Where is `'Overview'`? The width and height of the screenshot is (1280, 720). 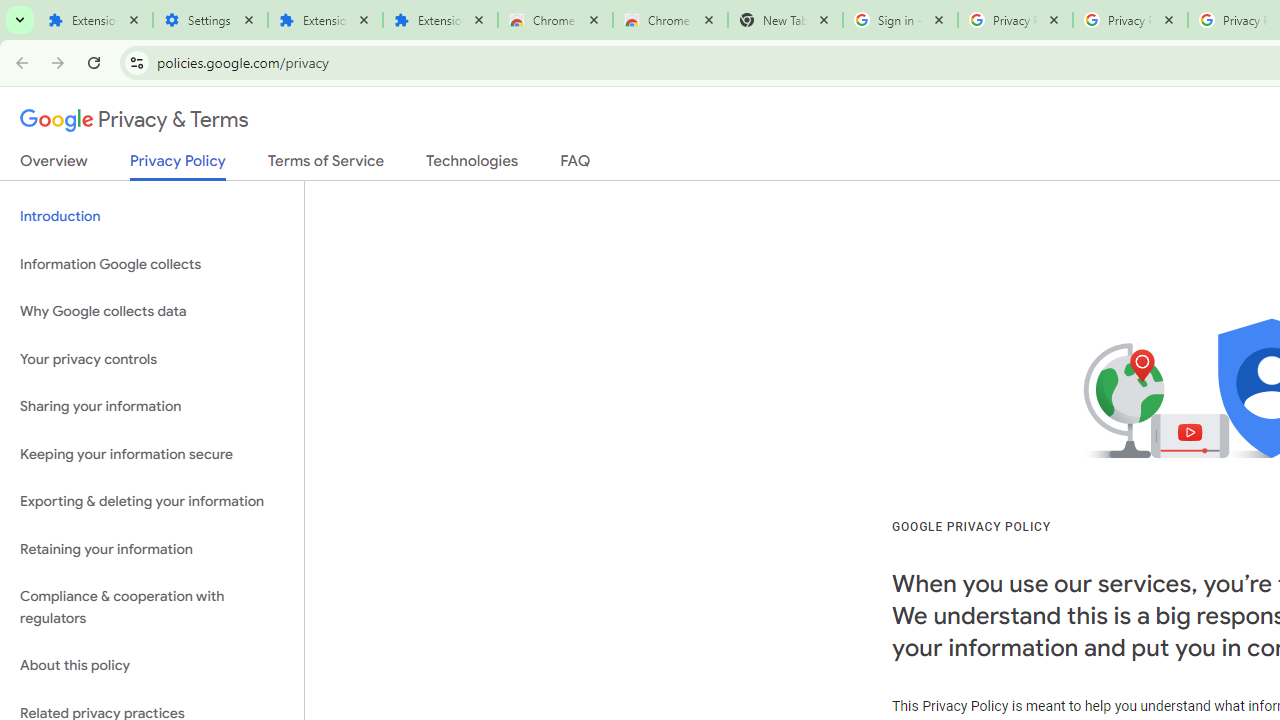 'Overview' is located at coordinates (54, 164).